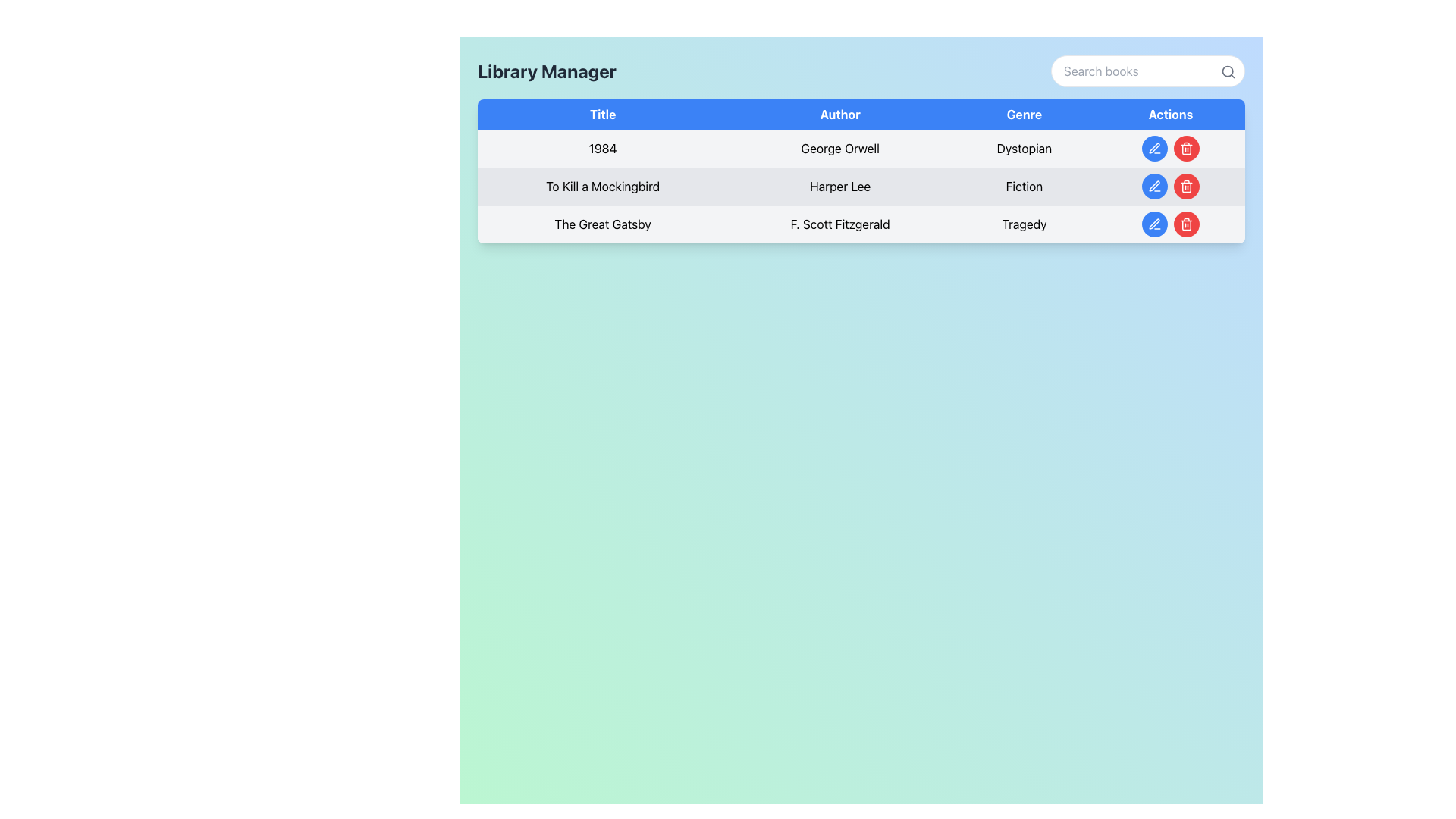 Image resolution: width=1456 pixels, height=819 pixels. Describe the element at coordinates (1185, 186) in the screenshot. I see `the delete button located in the 'Actions' column of the second row in the table, positioned immediately to the right of a blue button with a white pen icon` at that location.